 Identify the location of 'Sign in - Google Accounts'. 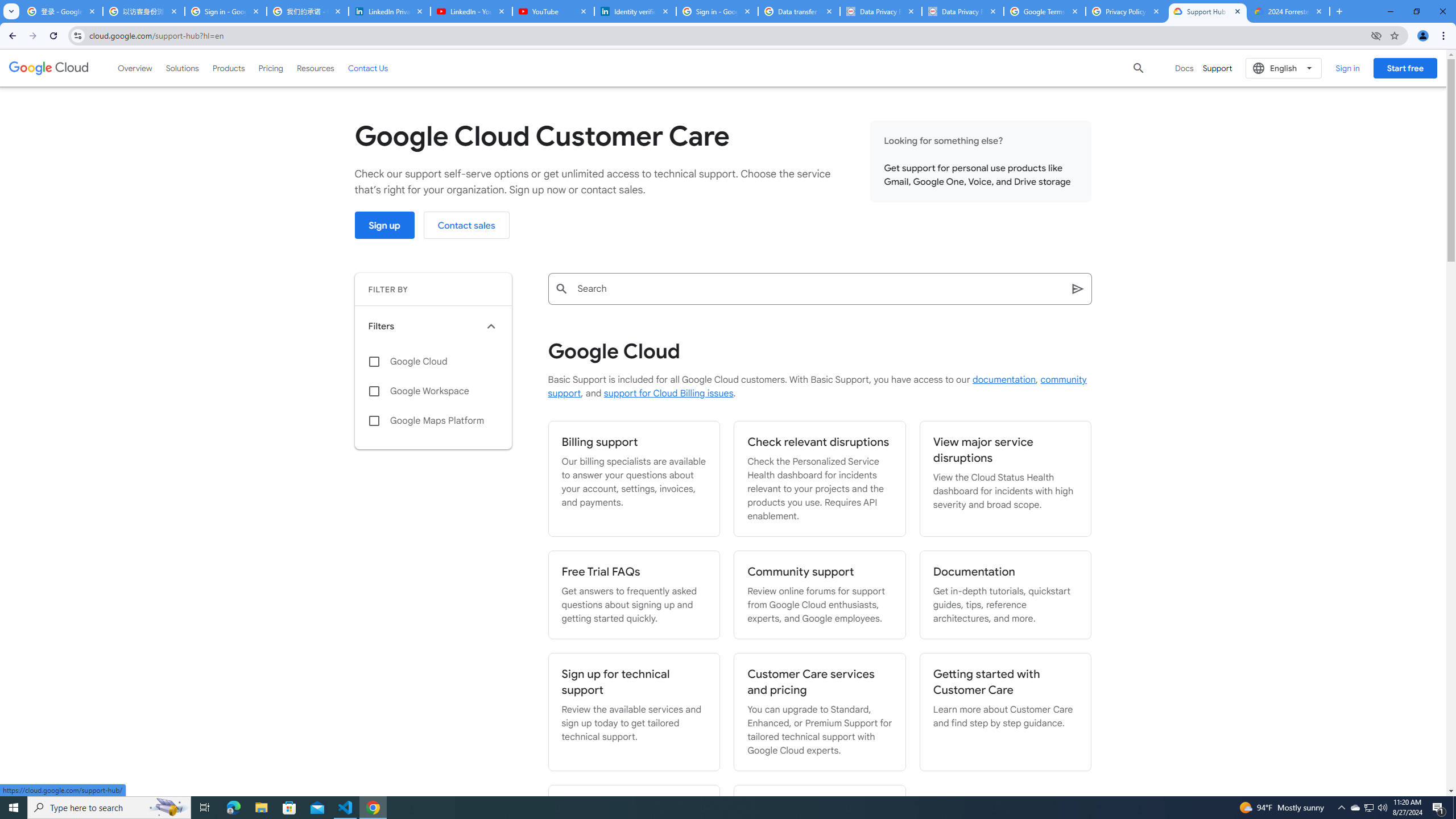
(716, 11).